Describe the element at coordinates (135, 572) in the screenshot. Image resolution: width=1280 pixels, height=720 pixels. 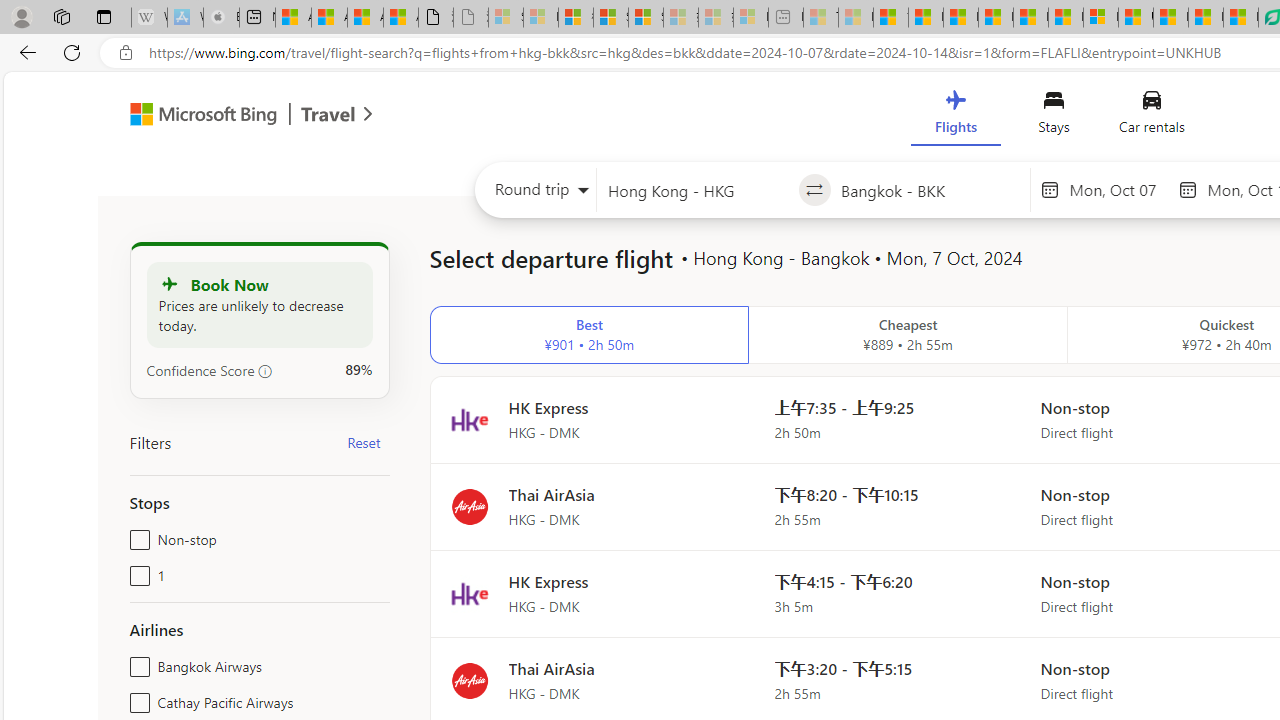
I see `'1'` at that location.